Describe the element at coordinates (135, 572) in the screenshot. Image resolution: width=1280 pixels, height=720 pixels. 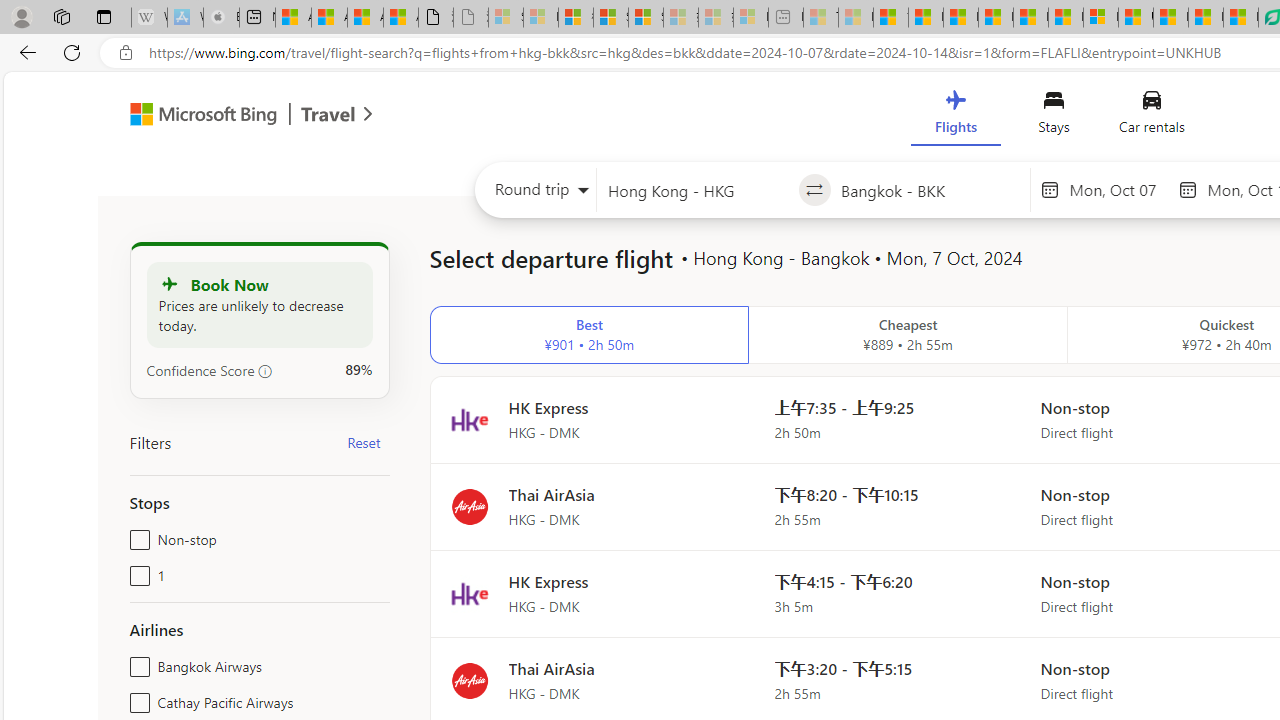
I see `'1'` at that location.